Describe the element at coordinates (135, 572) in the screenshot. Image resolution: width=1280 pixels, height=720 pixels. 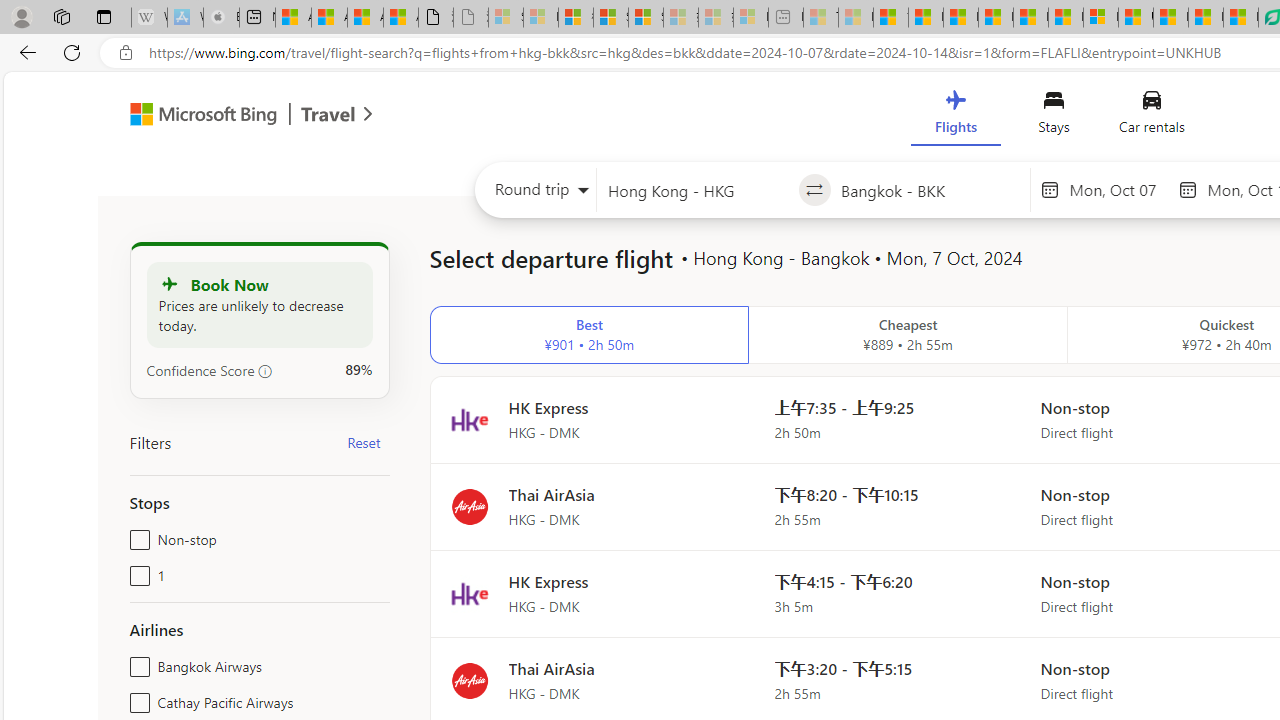
I see `'1'` at that location.